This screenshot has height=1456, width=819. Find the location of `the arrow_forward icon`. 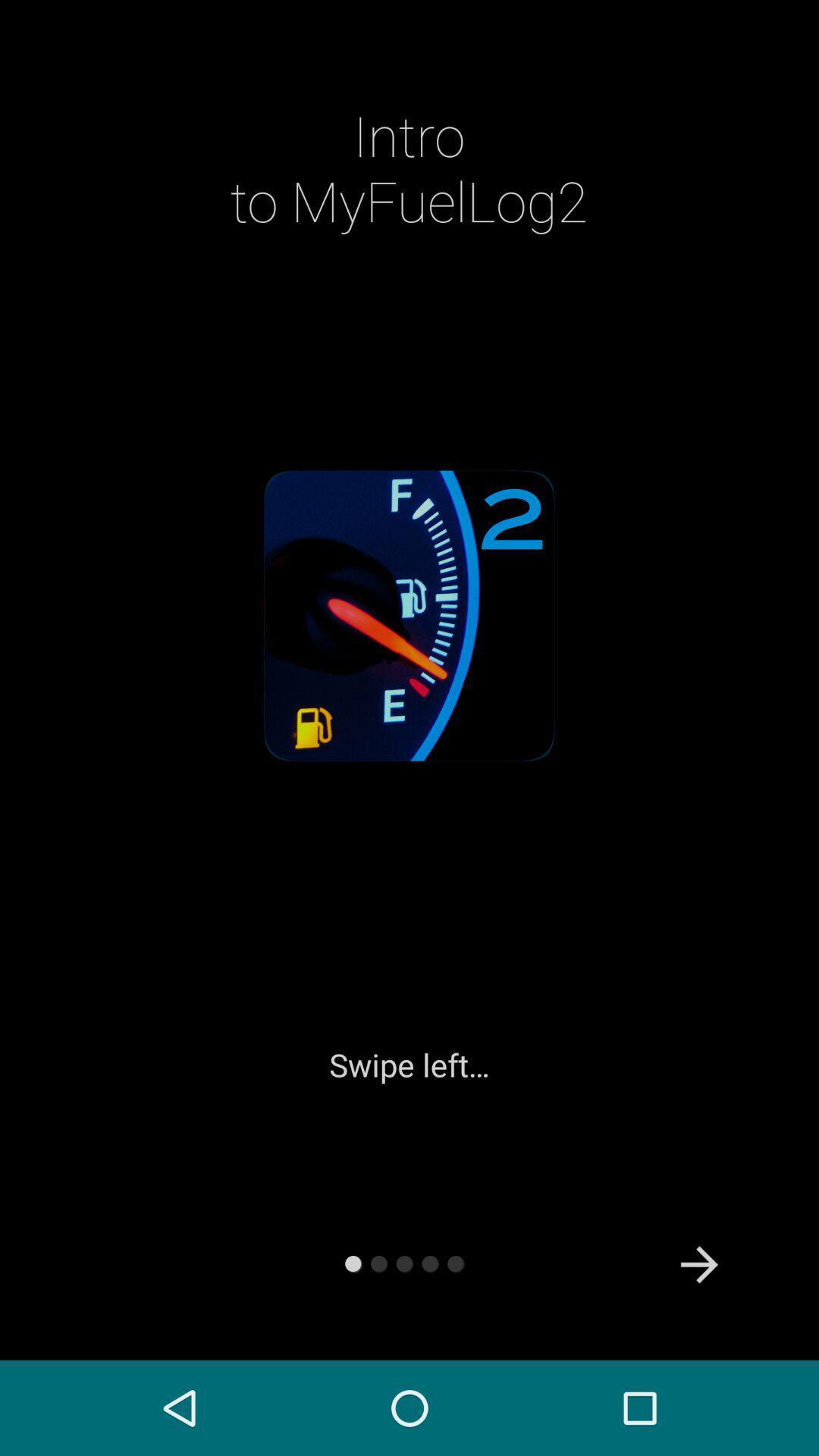

the arrow_forward icon is located at coordinates (699, 1264).